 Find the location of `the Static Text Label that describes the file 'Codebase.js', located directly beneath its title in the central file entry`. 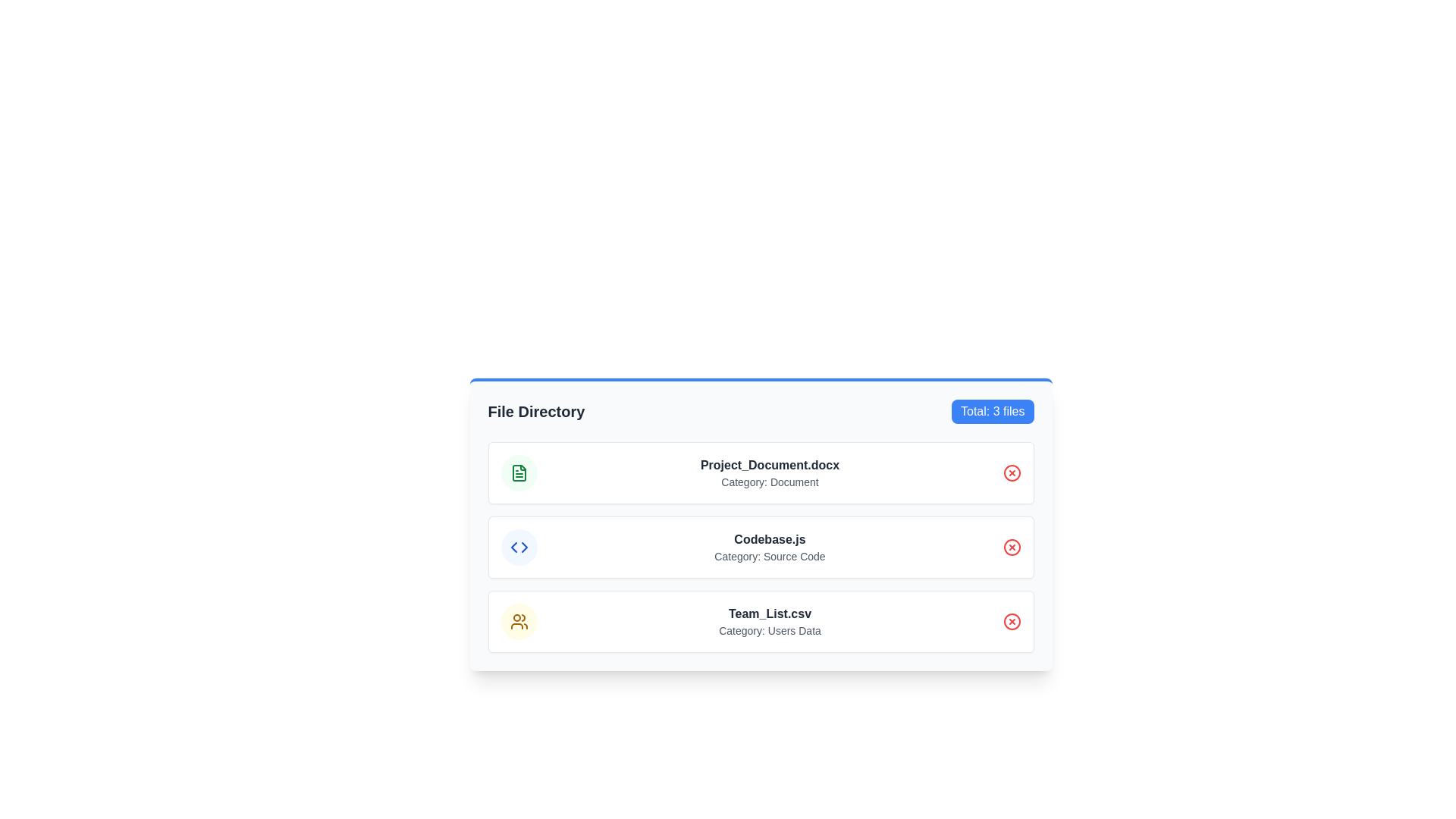

the Static Text Label that describes the file 'Codebase.js', located directly beneath its title in the central file entry is located at coordinates (770, 556).